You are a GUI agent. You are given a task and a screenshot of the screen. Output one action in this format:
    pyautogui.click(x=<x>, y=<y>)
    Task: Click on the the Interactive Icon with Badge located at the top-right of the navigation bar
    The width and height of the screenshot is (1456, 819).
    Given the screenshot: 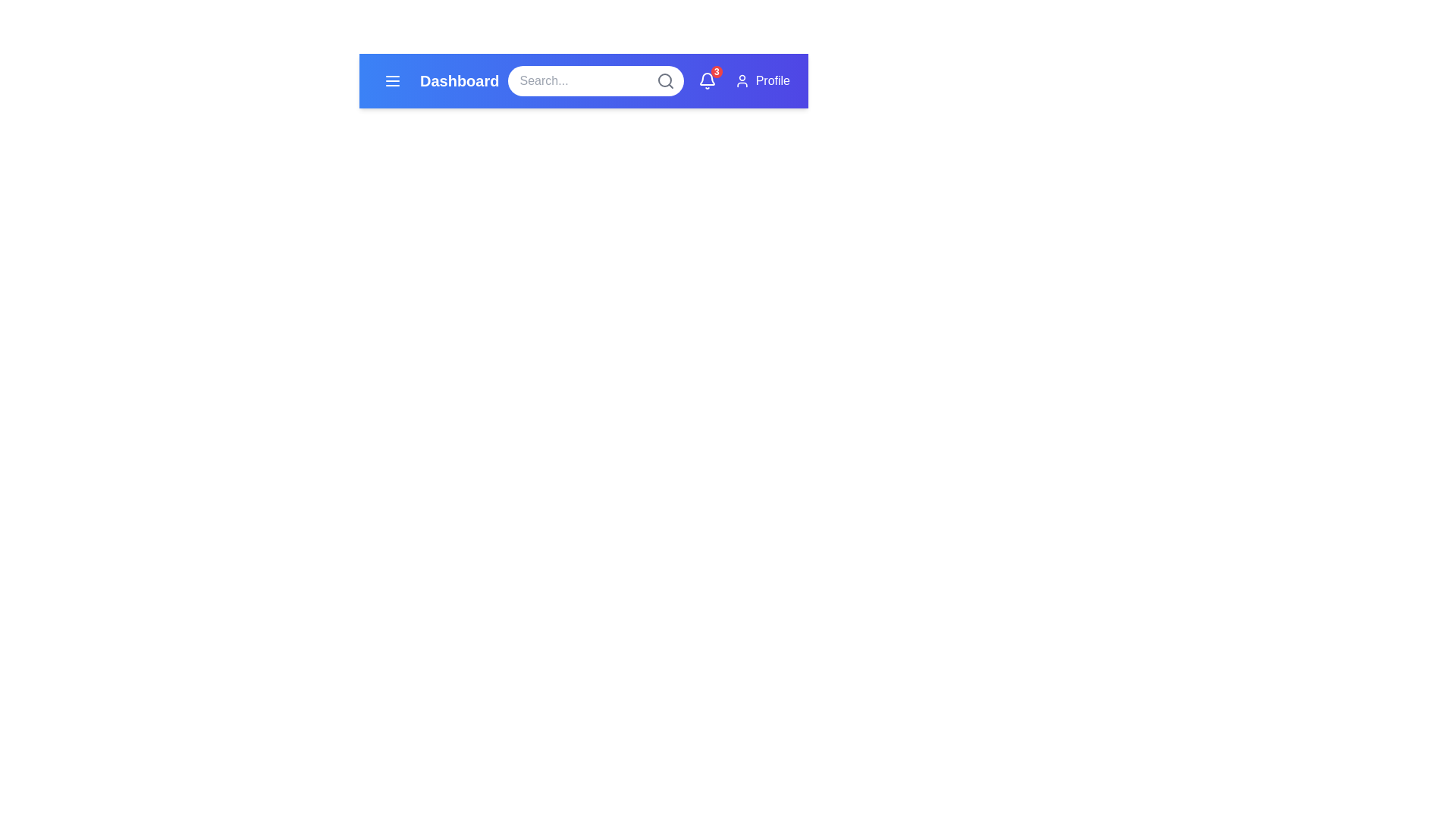 What is the action you would take?
    pyautogui.click(x=706, y=81)
    